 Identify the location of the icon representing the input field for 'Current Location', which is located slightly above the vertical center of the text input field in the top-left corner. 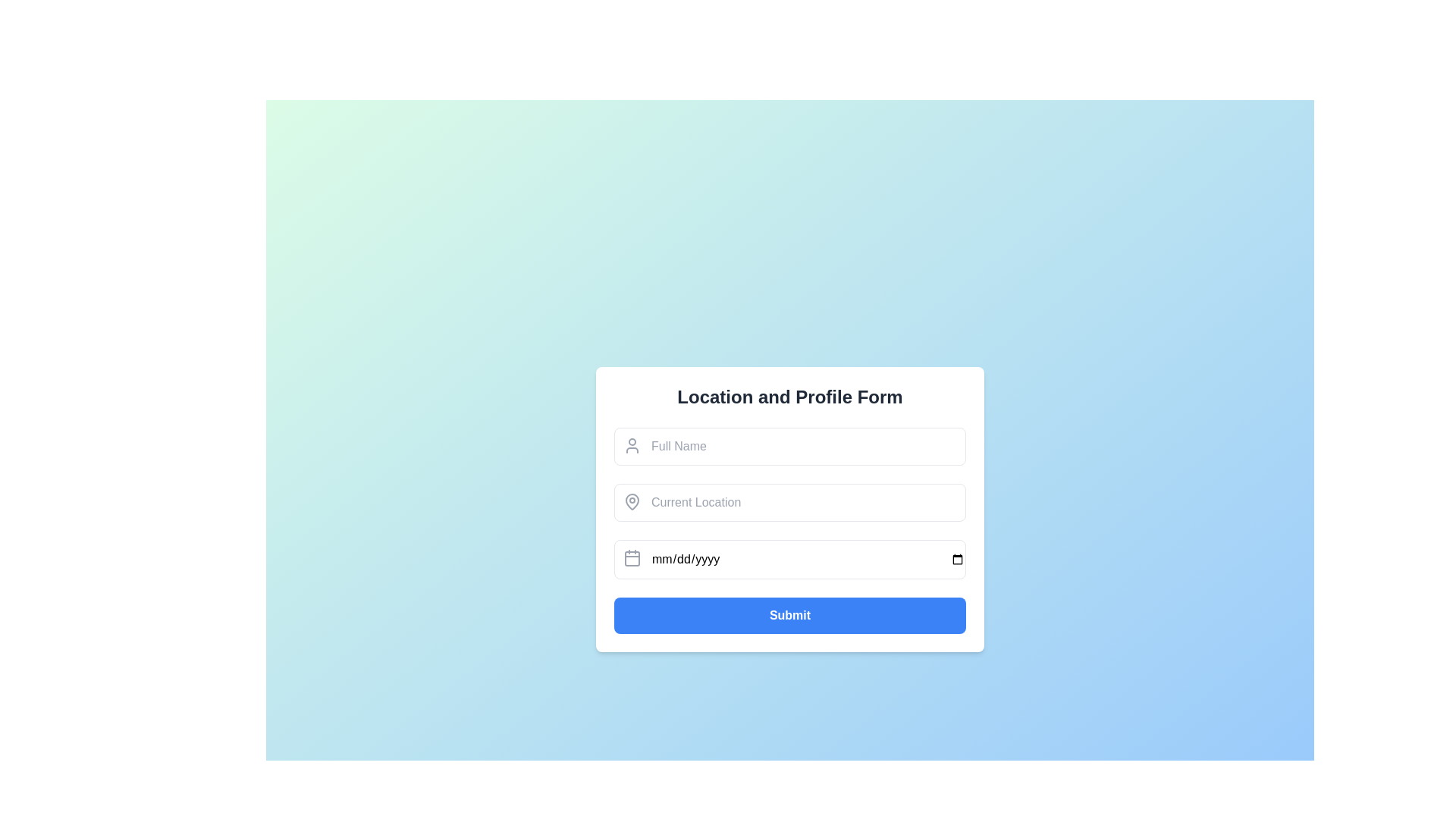
(632, 502).